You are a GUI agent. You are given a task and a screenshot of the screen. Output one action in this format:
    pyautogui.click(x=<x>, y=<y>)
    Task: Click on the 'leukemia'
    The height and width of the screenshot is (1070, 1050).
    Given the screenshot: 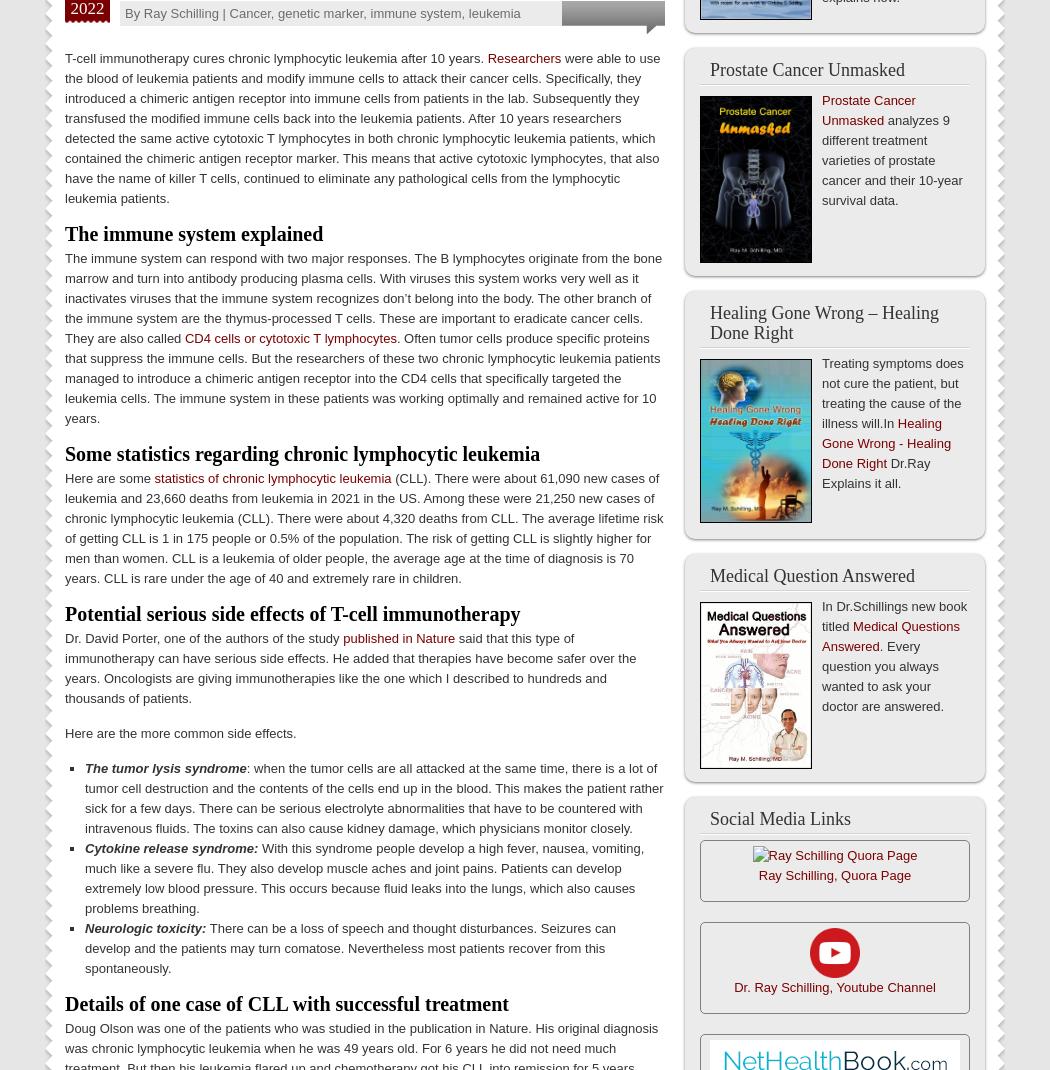 What is the action you would take?
    pyautogui.click(x=467, y=11)
    